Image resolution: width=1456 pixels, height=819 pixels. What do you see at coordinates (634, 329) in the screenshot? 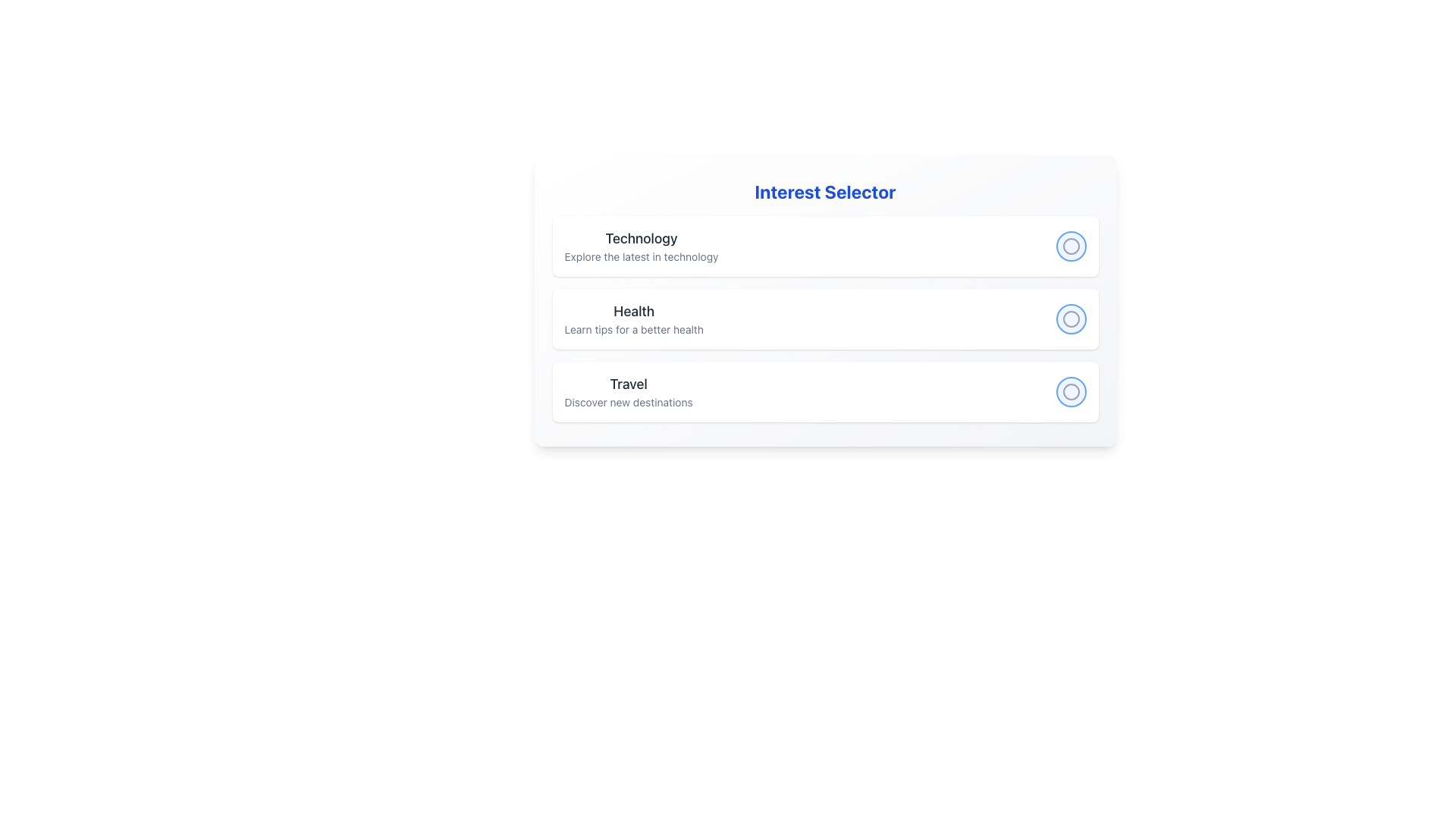
I see `the text component displaying 'Learn tips for a better health' located under the 'Health' header in the second option card` at bounding box center [634, 329].